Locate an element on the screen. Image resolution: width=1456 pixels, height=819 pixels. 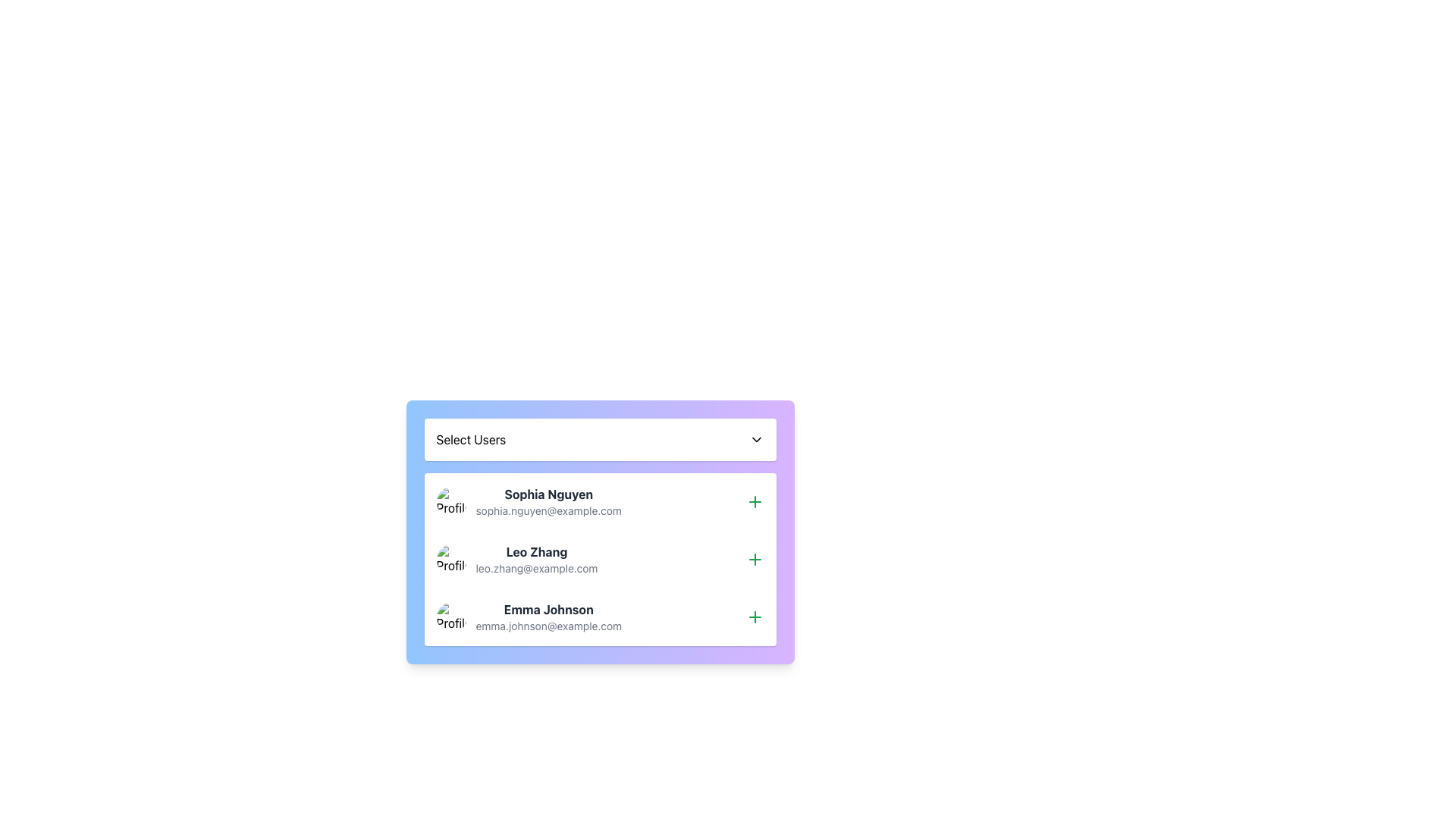
the first informational list item displaying 'Sophia Nguyen' and her email address is located at coordinates (529, 502).